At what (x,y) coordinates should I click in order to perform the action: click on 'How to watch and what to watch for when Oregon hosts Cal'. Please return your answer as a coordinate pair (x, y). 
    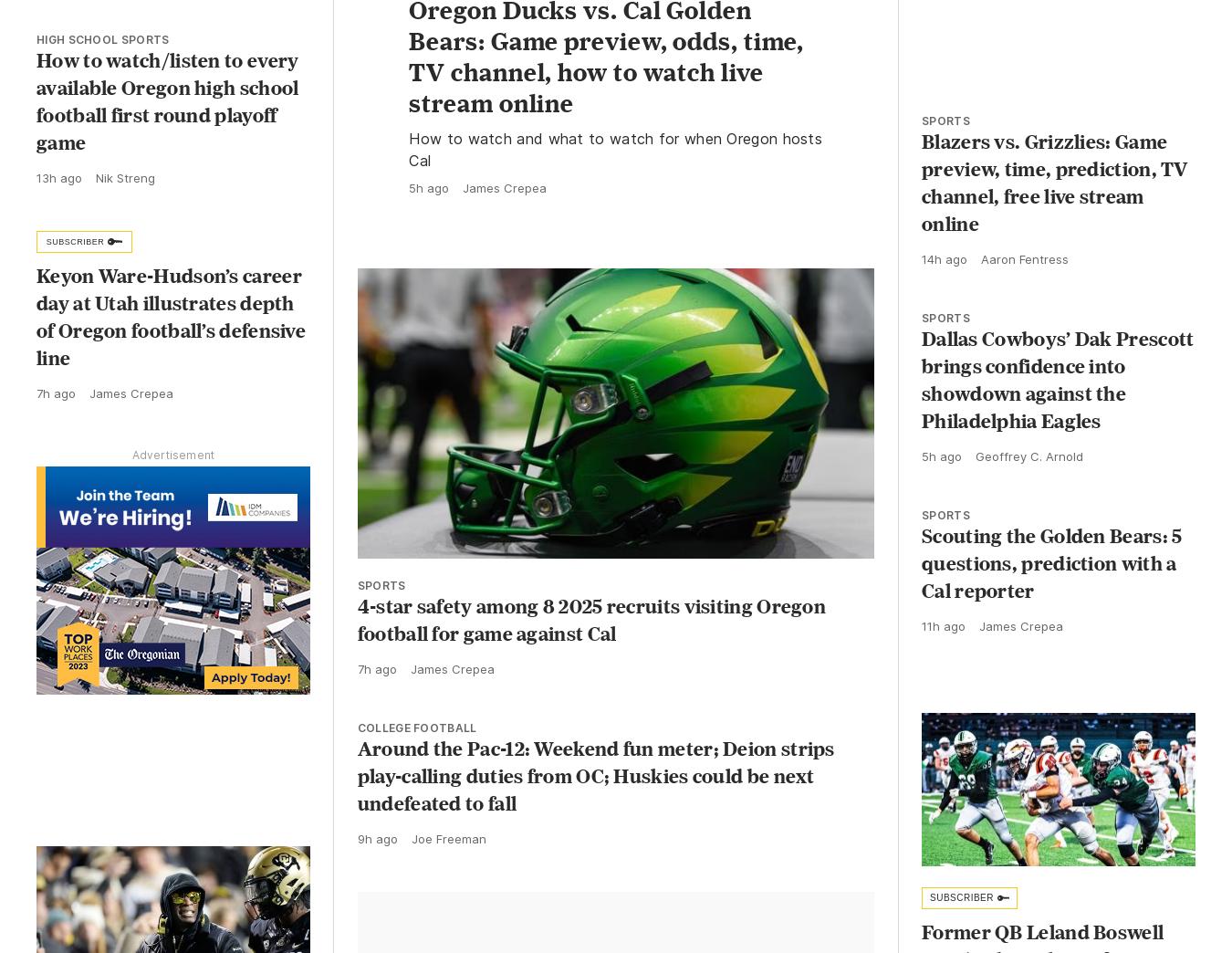
    Looking at the image, I should click on (615, 149).